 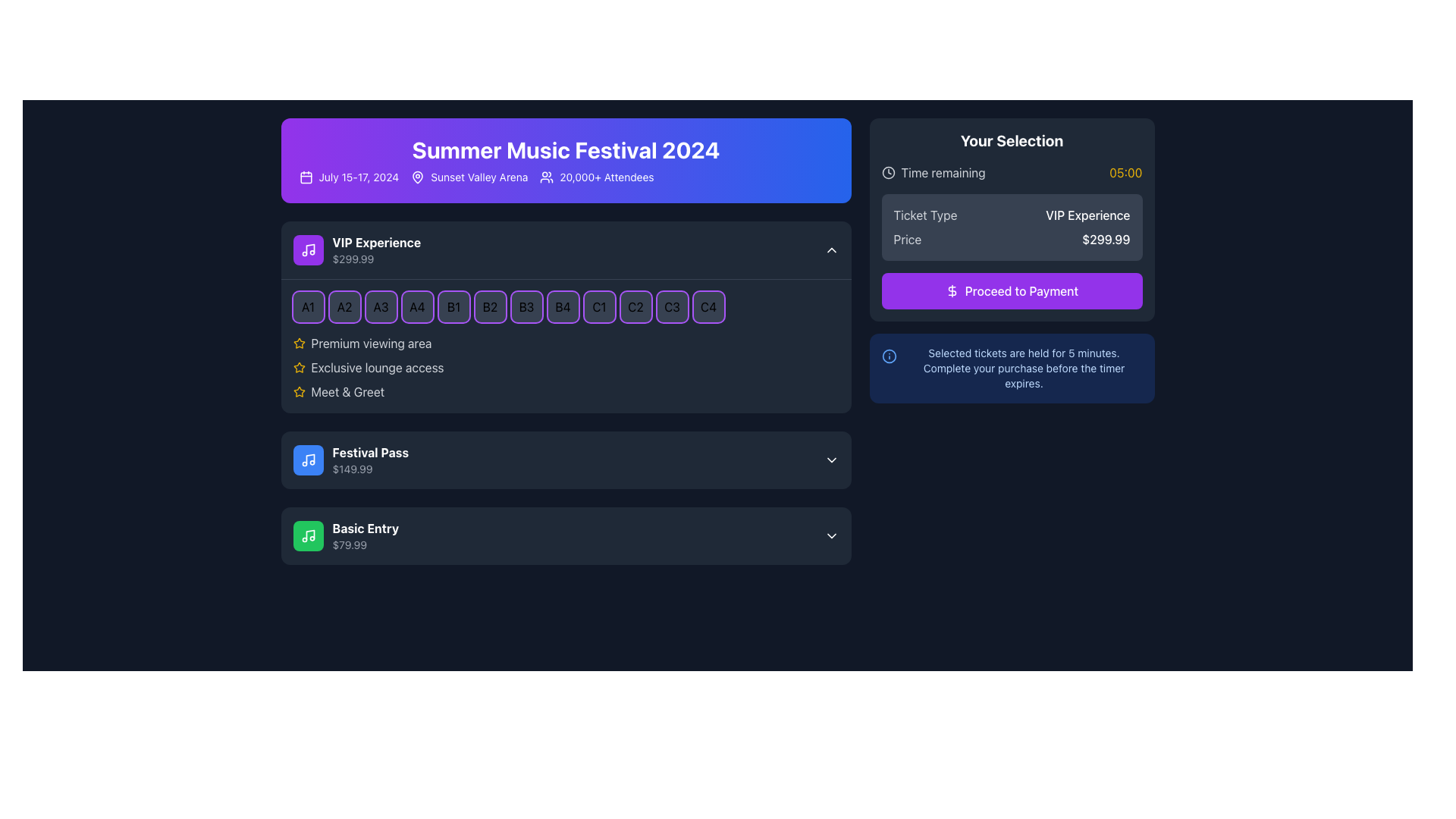 I want to click on the text label that describes the benefit of the VIP Experience, which is located directly below the row of buttons labeled with seat identifiers in the VIP Experience section, so click(x=371, y=343).